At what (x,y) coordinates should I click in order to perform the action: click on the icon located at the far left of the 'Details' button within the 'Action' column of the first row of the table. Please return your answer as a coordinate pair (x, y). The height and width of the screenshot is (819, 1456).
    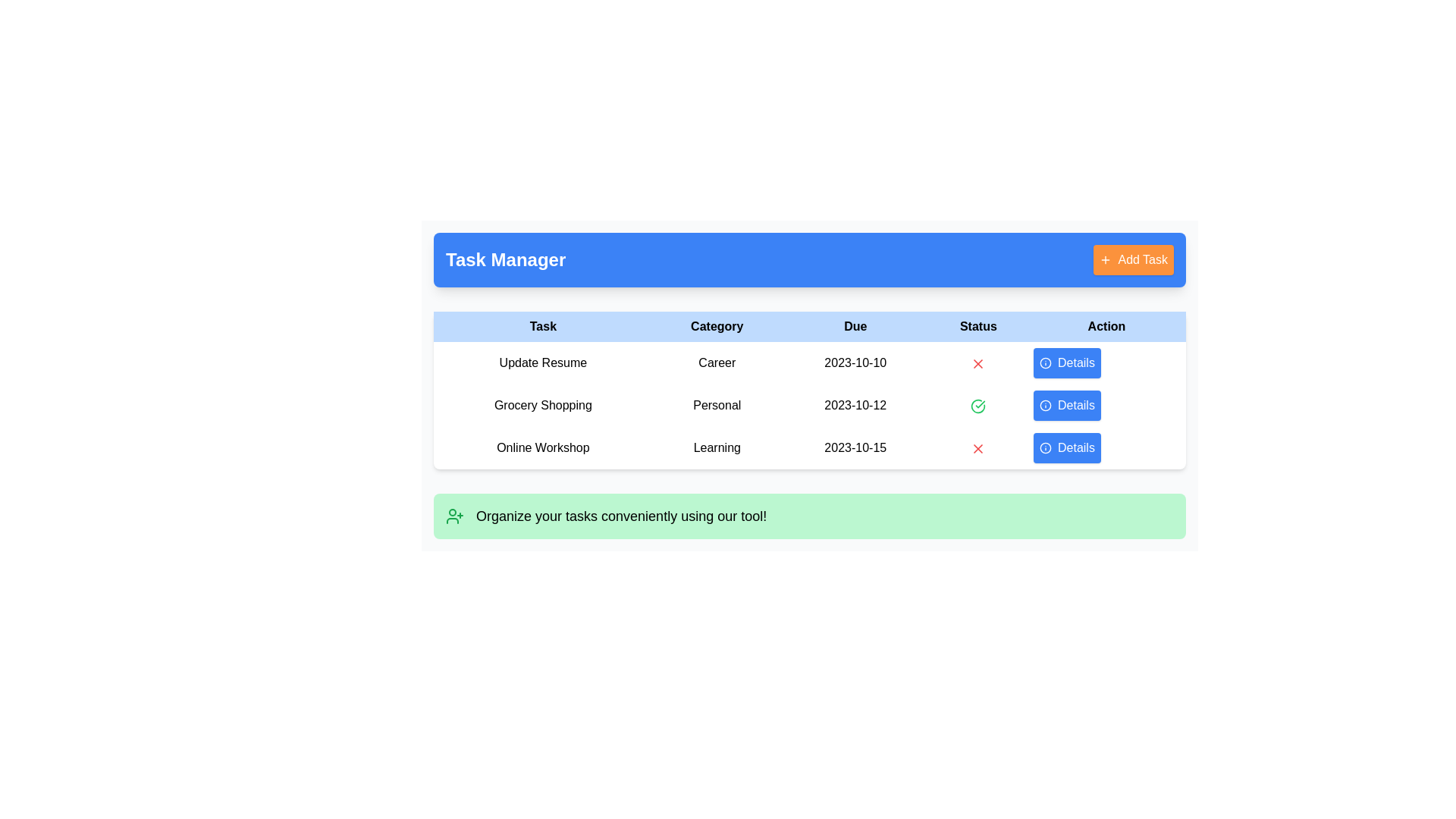
    Looking at the image, I should click on (1044, 362).